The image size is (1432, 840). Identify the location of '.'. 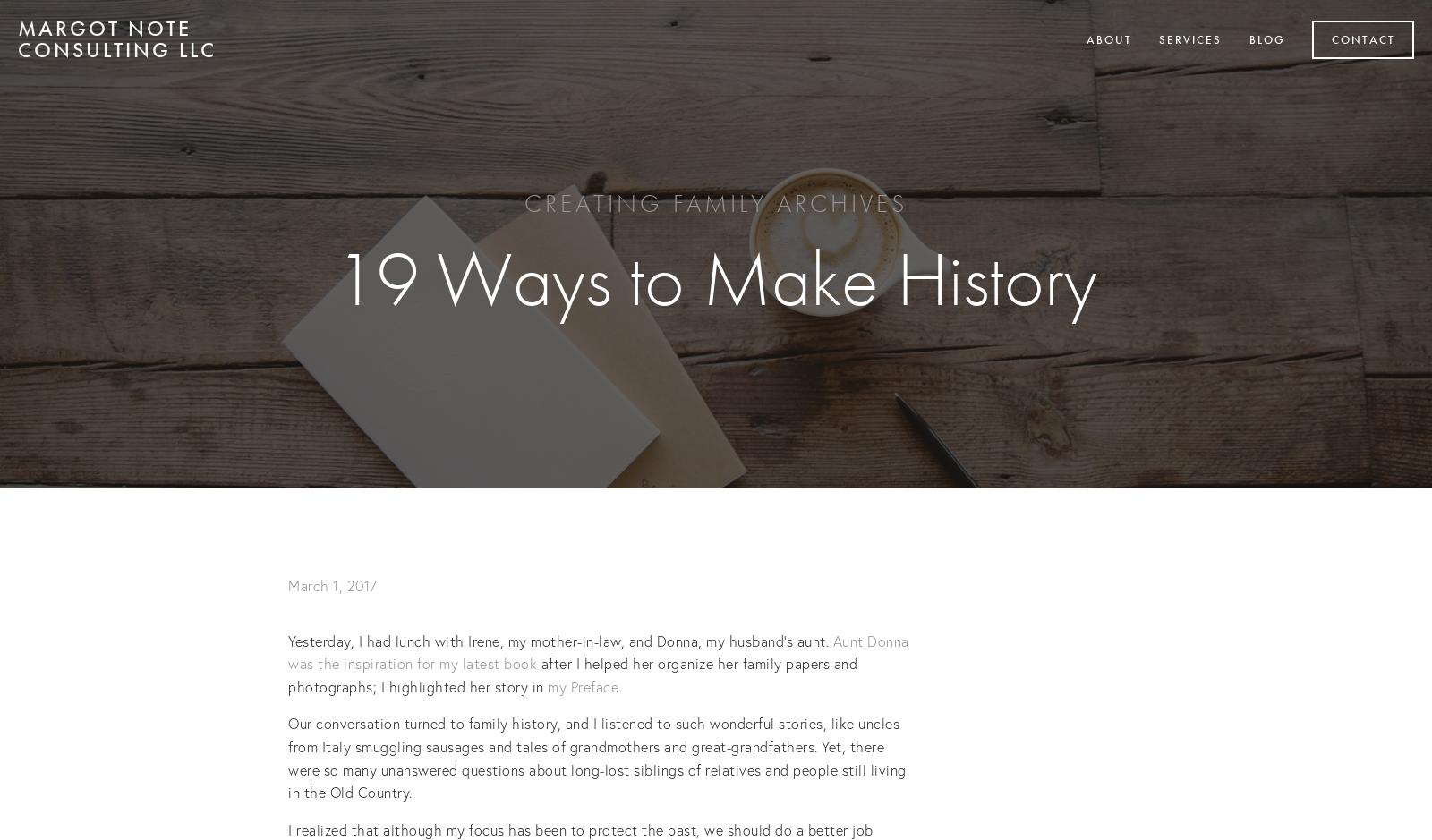
(619, 684).